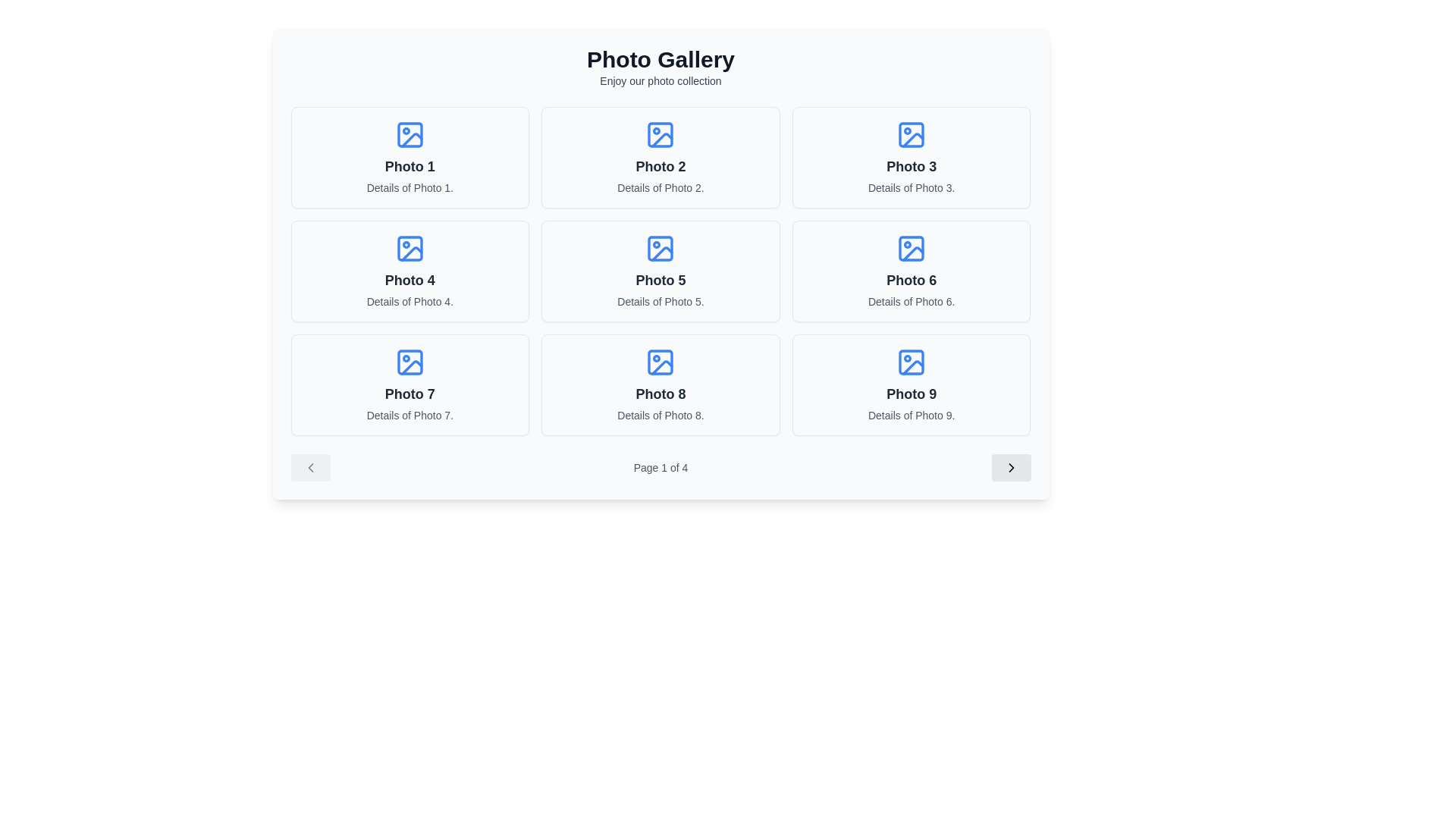 The width and height of the screenshot is (1456, 819). I want to click on the right-pointing chevron arrow icon located in the bottom-right region of the interface for potential tooltip display, so click(1011, 467).